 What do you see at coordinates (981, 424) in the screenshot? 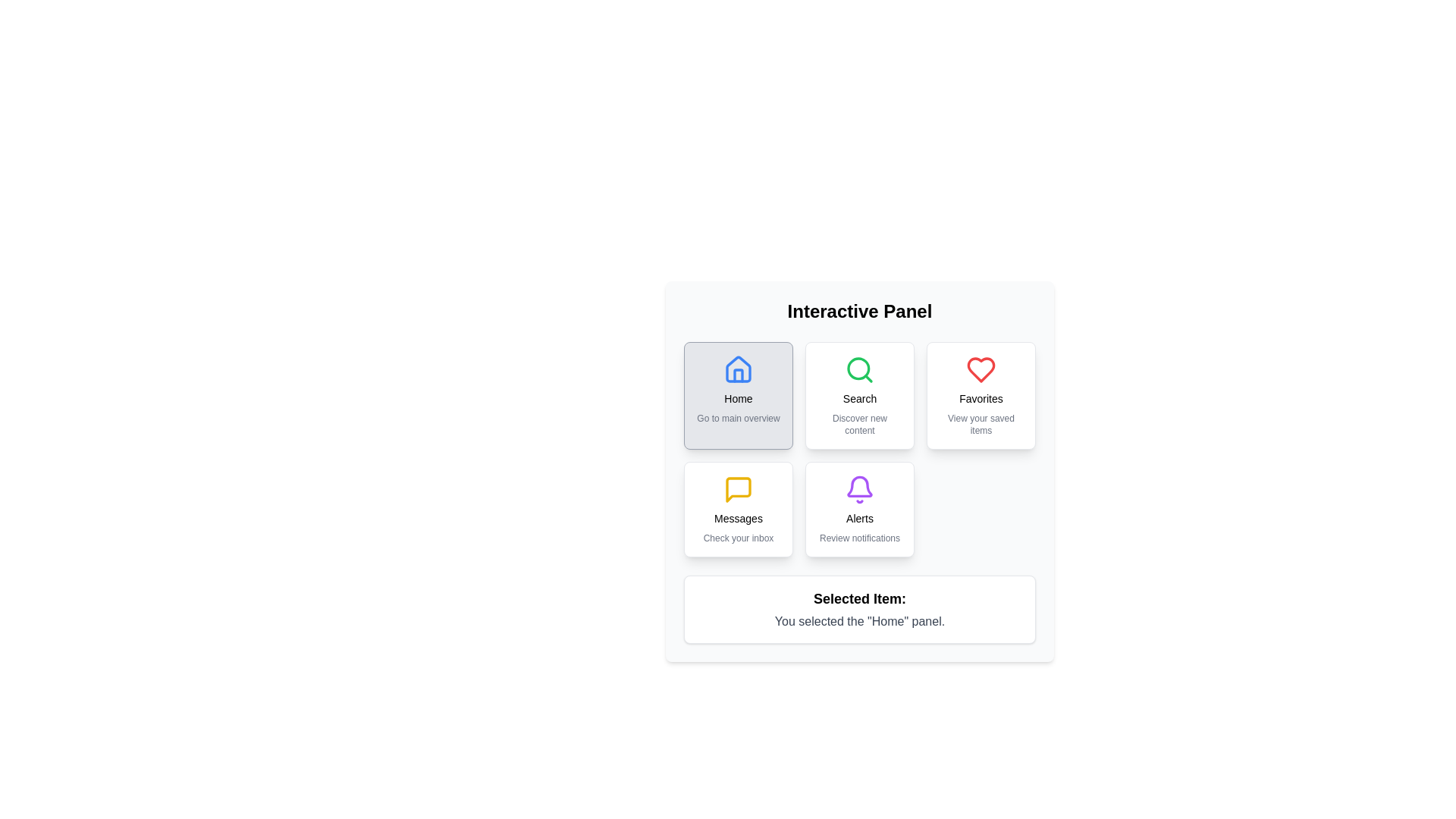
I see `the text label that provides additional context for the 'Favorites' option, positioned beneath the 'Favorites' label within the user interface panel` at bounding box center [981, 424].